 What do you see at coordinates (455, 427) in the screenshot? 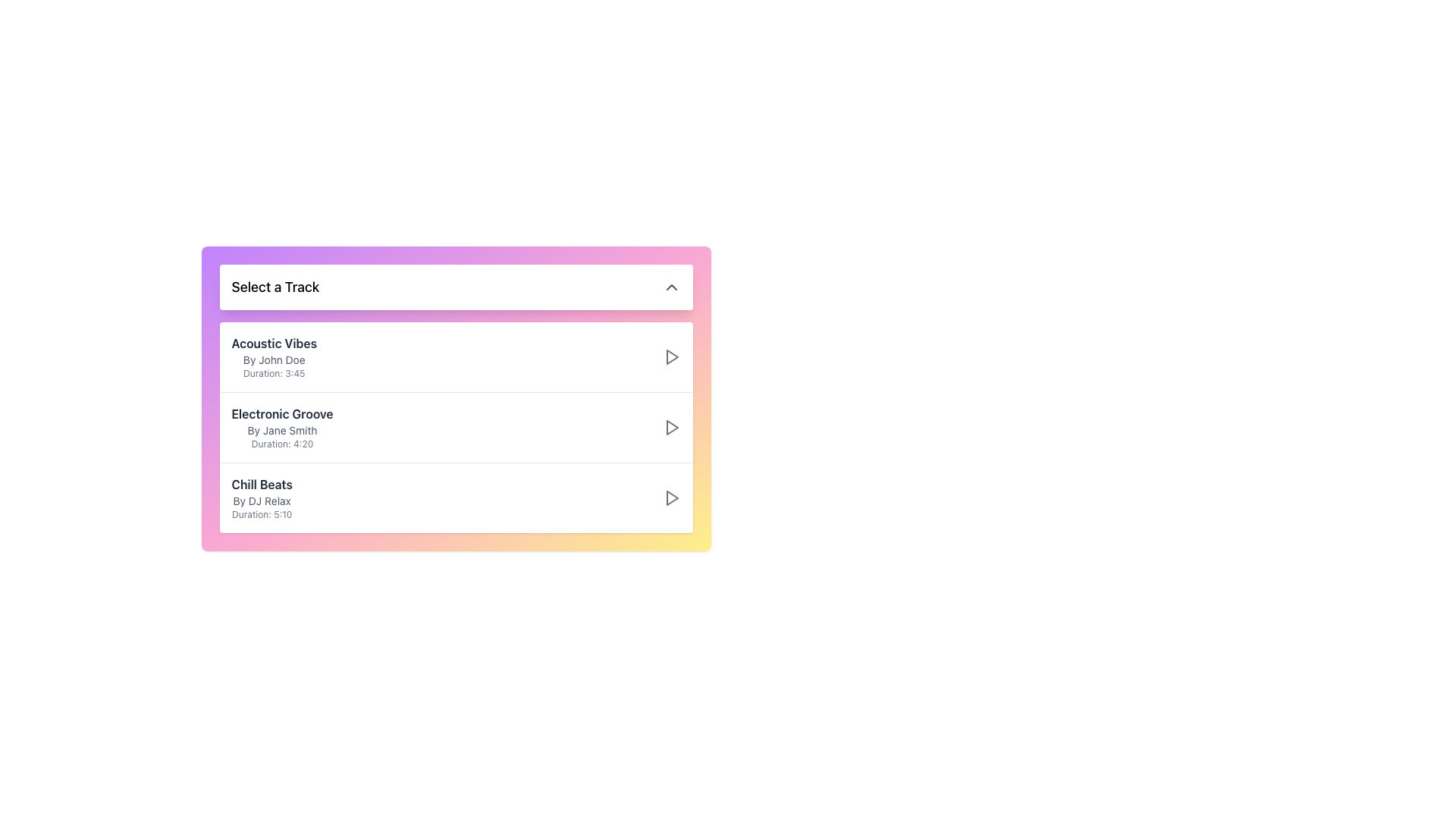
I see `the second track element in the playlist labeled 'Electronic Groove' by 'Jane Smith'` at bounding box center [455, 427].